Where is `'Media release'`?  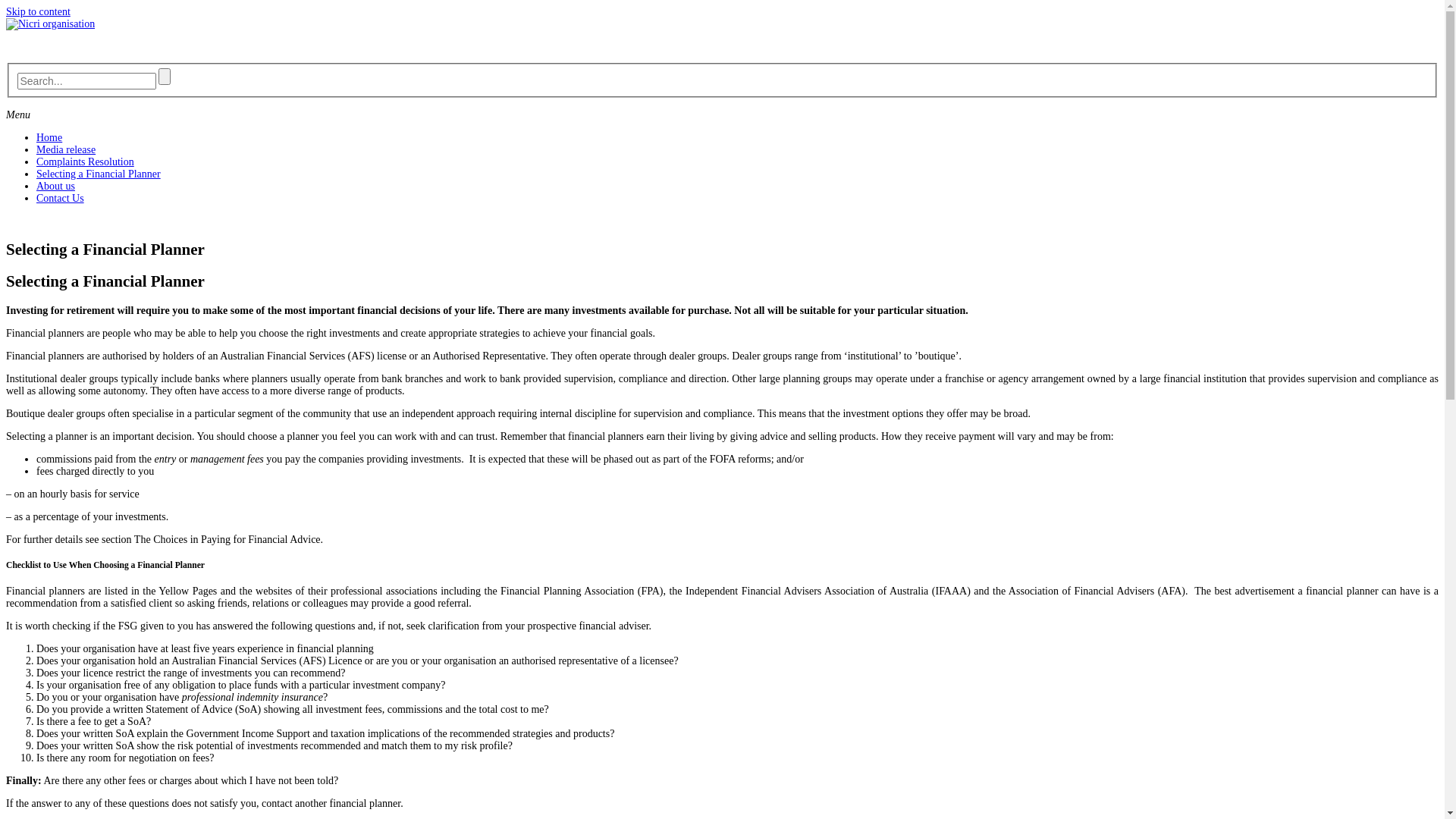
'Media release' is located at coordinates (36, 149).